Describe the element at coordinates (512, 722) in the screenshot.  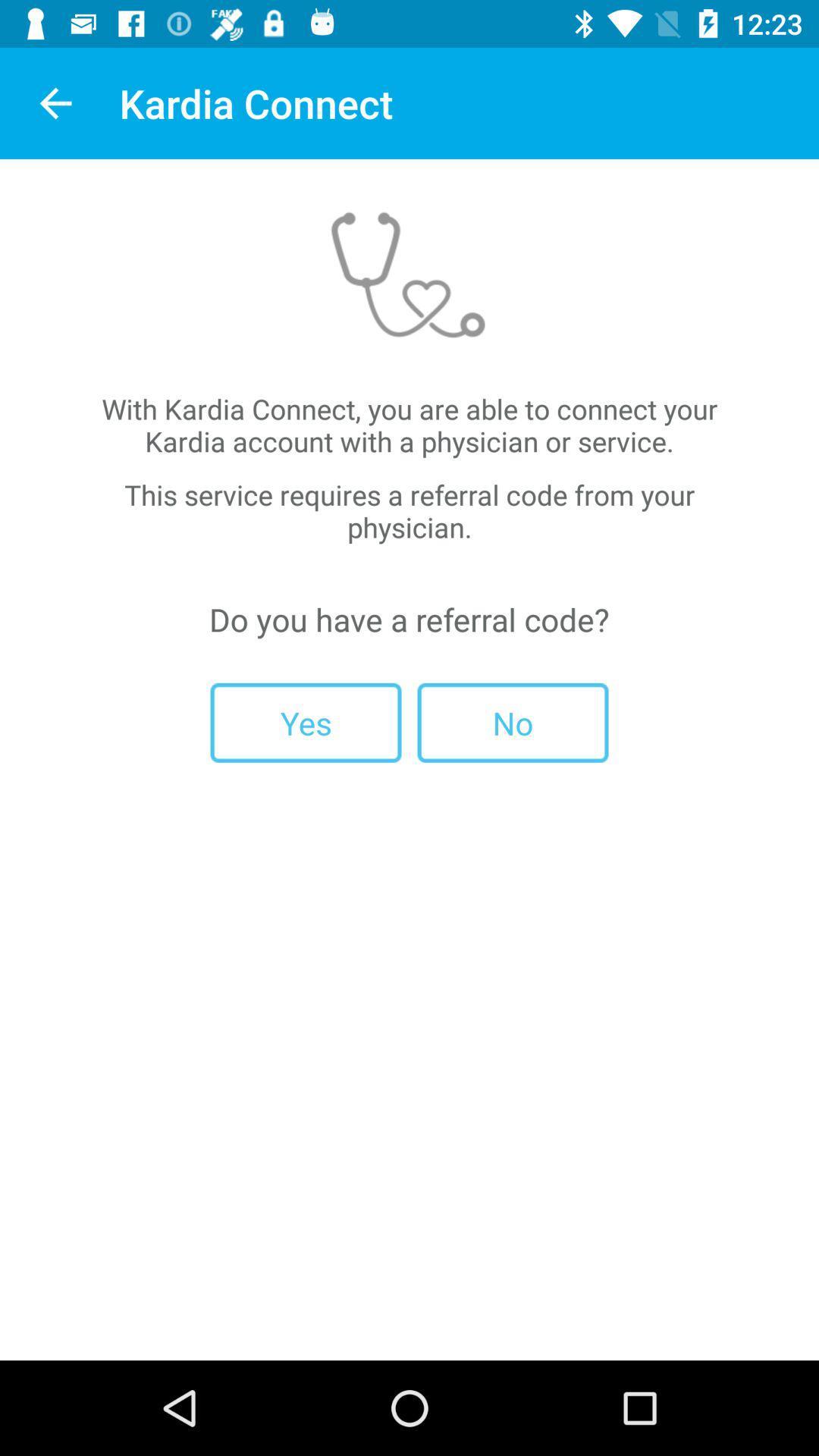
I see `icon below do you have icon` at that location.